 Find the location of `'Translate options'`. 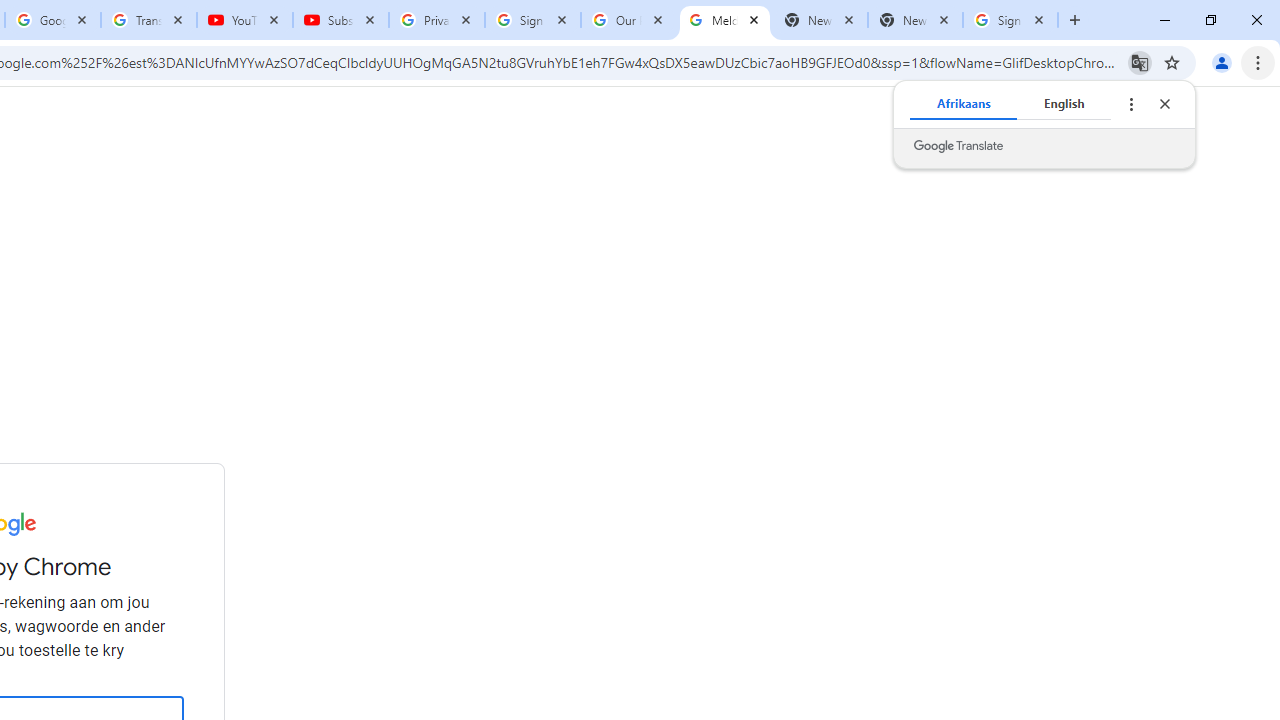

'Translate options' is located at coordinates (1130, 104).